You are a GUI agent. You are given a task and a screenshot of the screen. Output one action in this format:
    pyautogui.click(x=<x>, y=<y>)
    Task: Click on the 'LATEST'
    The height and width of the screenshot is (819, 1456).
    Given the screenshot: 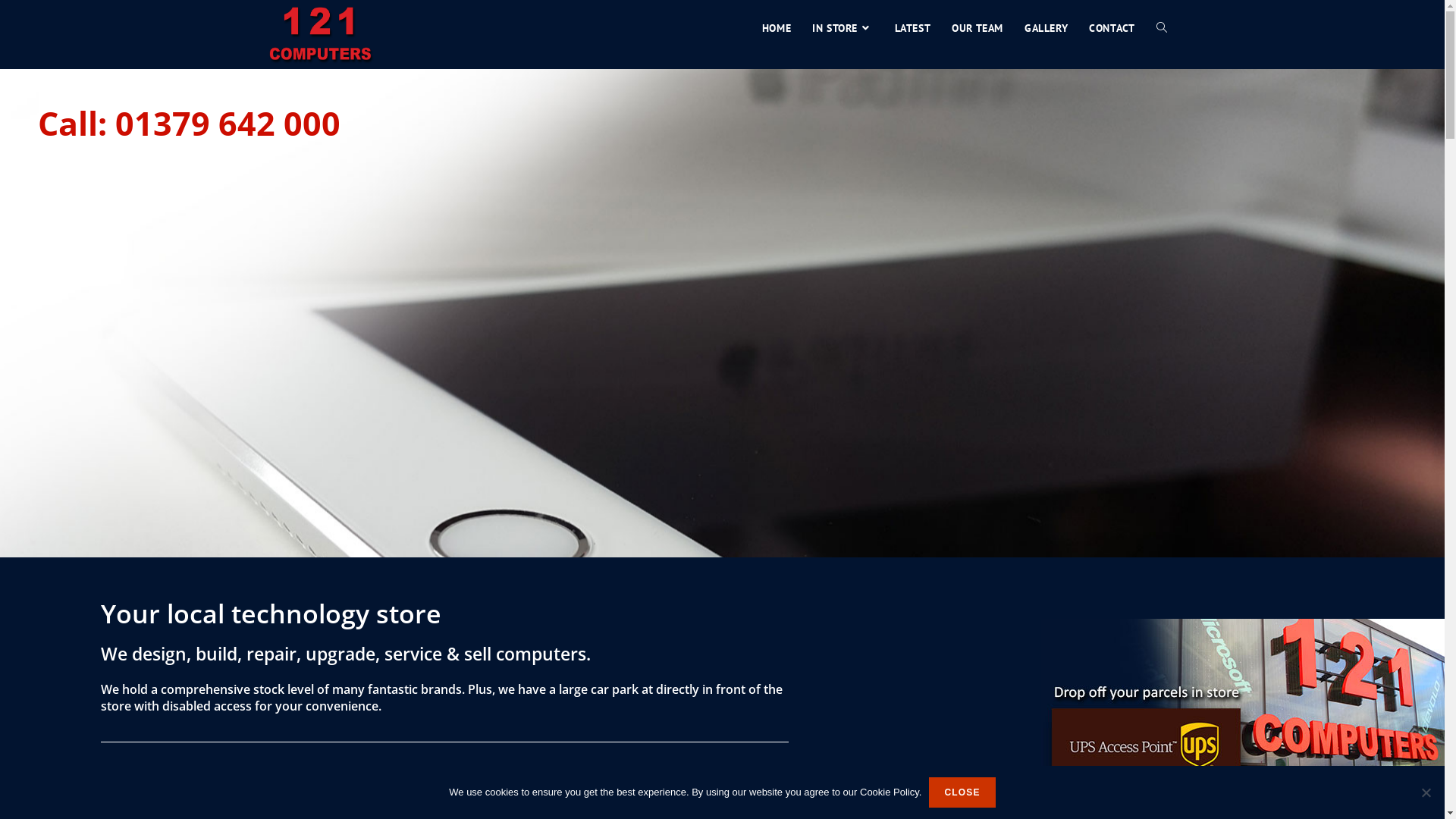 What is the action you would take?
    pyautogui.click(x=912, y=28)
    